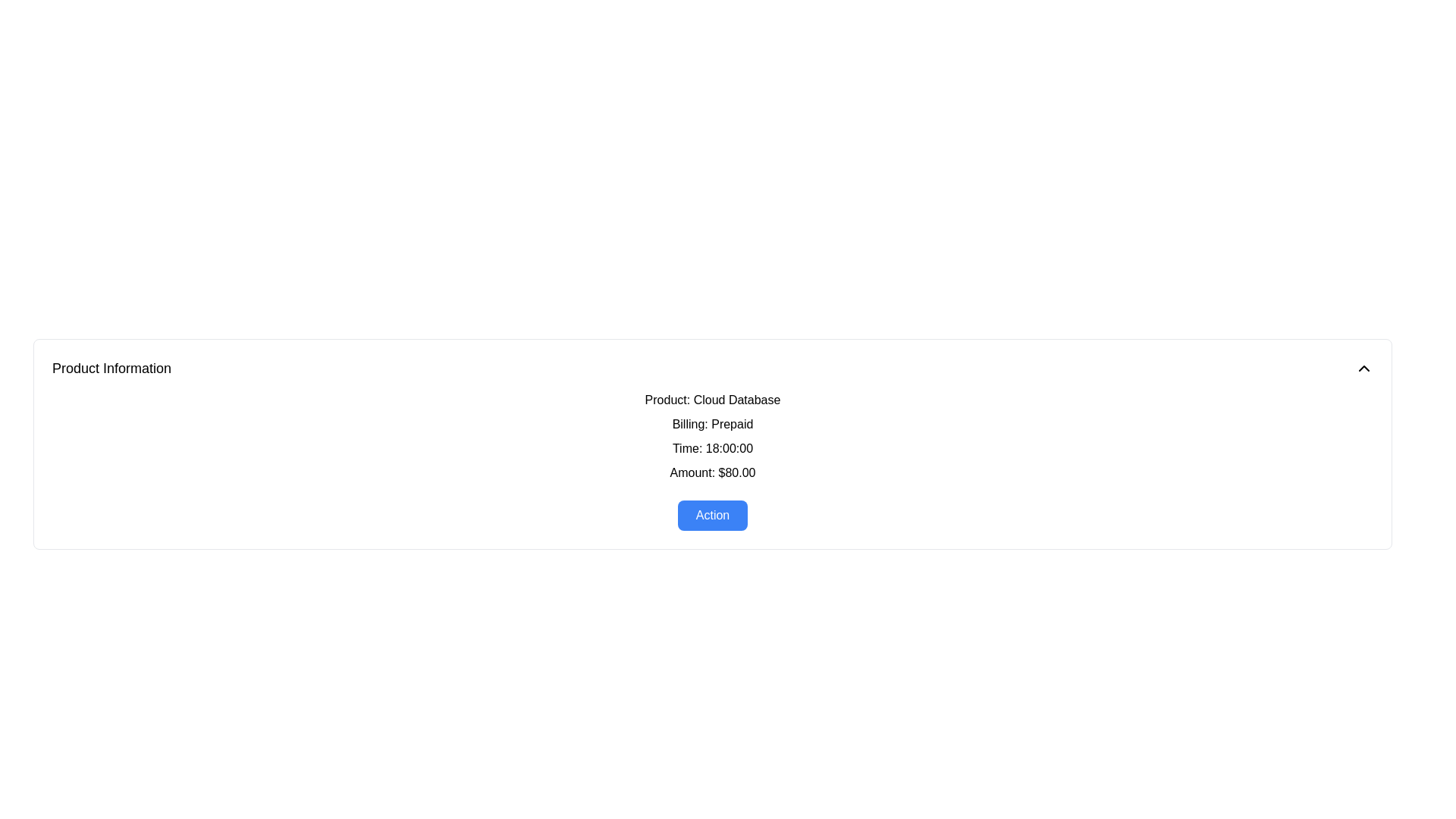 The width and height of the screenshot is (1456, 819). I want to click on the Text Label displaying 'Product: Cloud Database', which is the first row in a content card detailing product information, so click(712, 400).